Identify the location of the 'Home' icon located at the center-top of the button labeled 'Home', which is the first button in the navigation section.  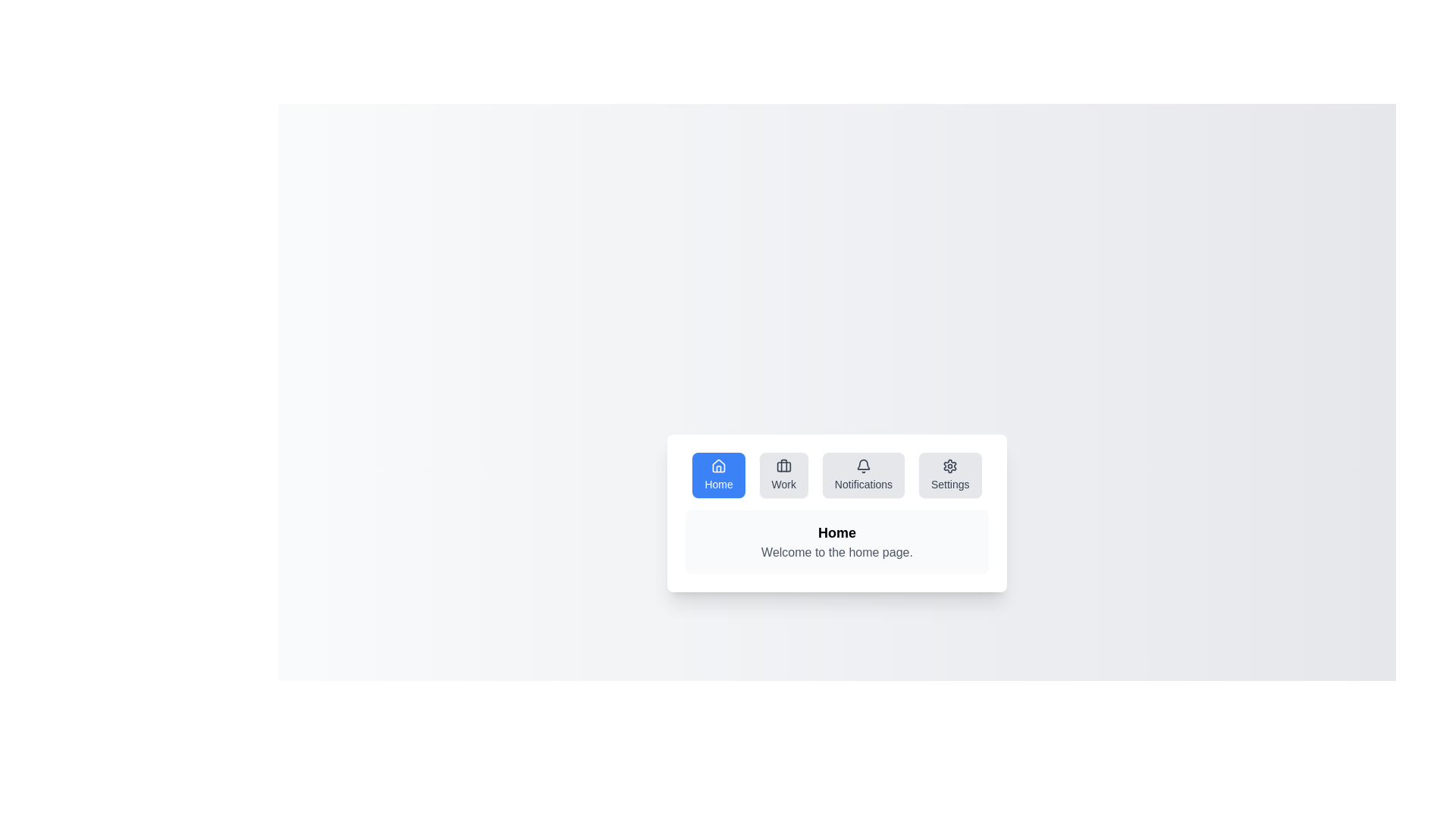
(718, 465).